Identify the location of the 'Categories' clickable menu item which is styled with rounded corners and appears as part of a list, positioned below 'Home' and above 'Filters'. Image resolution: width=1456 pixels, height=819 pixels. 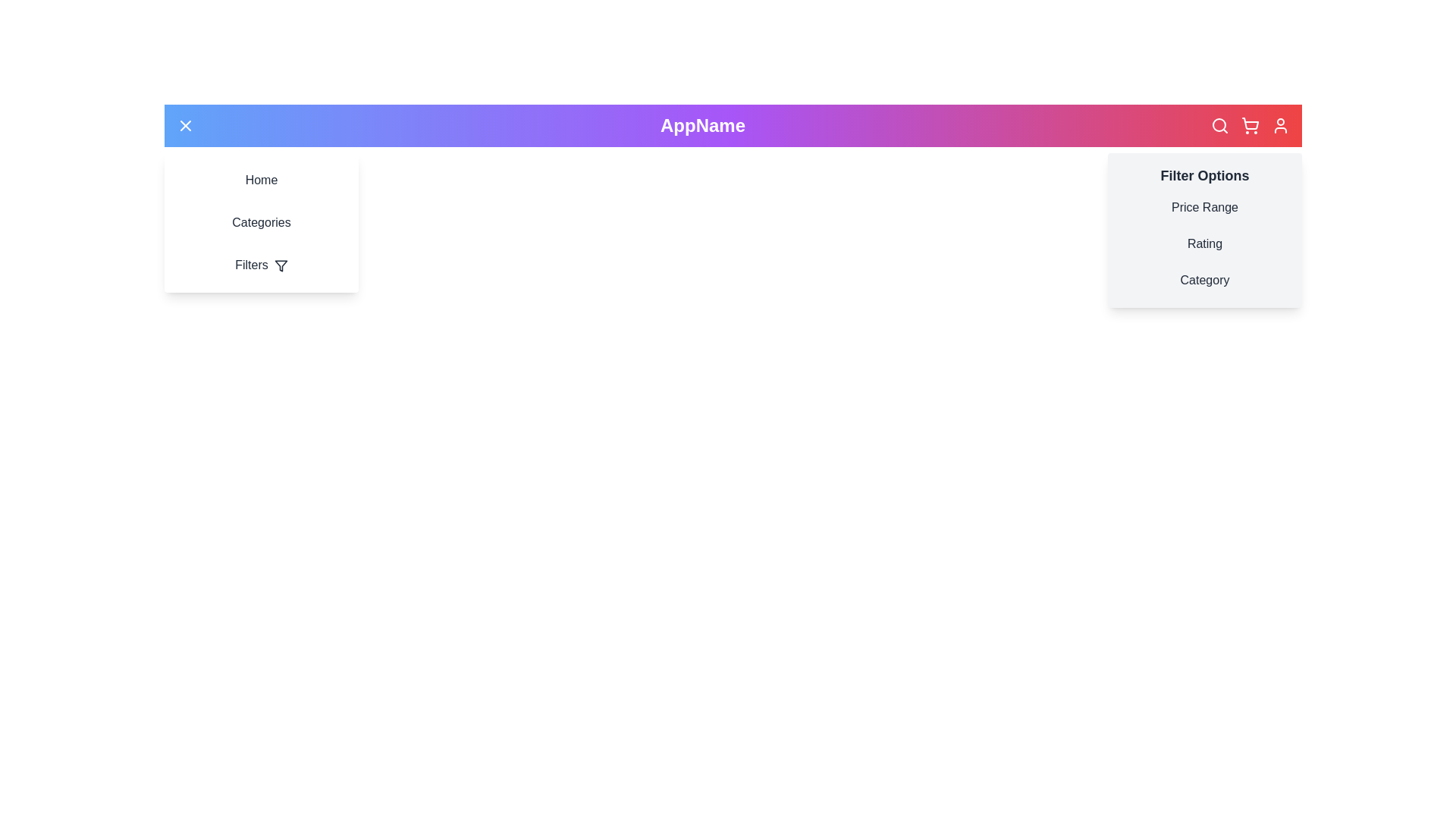
(262, 222).